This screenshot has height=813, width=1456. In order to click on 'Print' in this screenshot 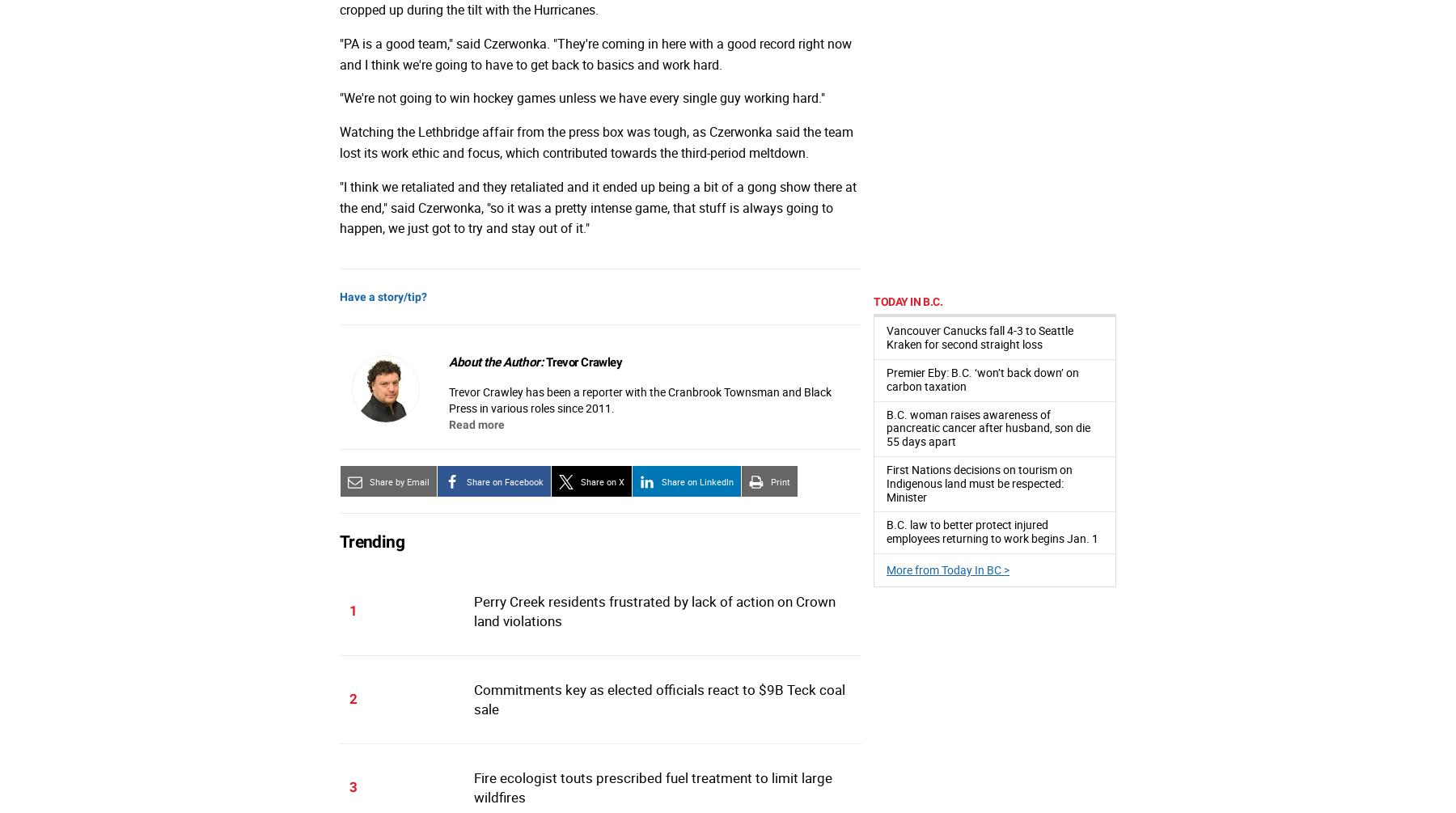, I will do `click(769, 480)`.